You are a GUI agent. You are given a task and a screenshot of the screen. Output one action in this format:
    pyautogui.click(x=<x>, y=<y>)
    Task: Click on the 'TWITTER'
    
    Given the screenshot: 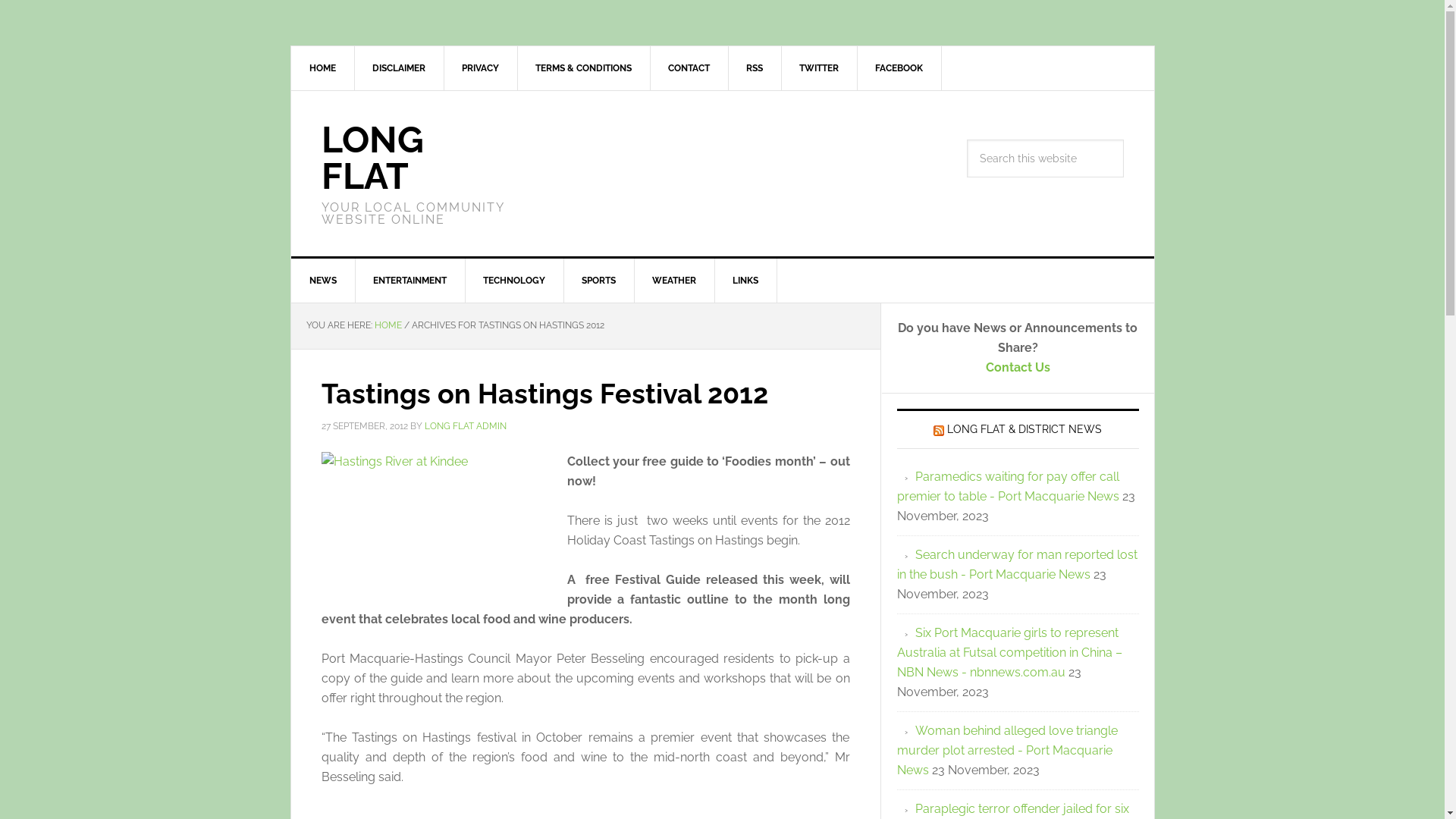 What is the action you would take?
    pyautogui.click(x=781, y=67)
    